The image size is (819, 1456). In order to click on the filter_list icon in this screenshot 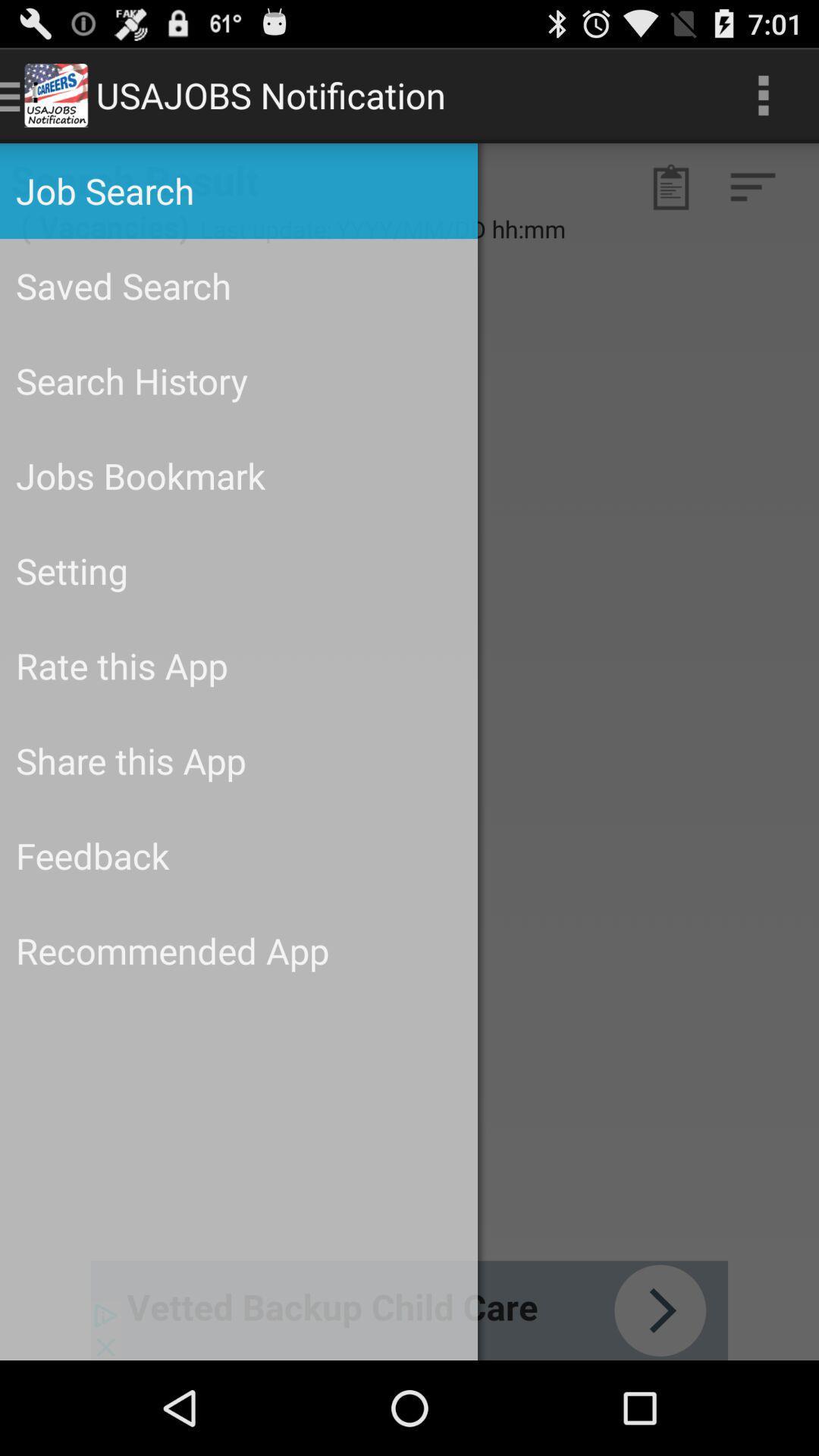, I will do `click(752, 190)`.